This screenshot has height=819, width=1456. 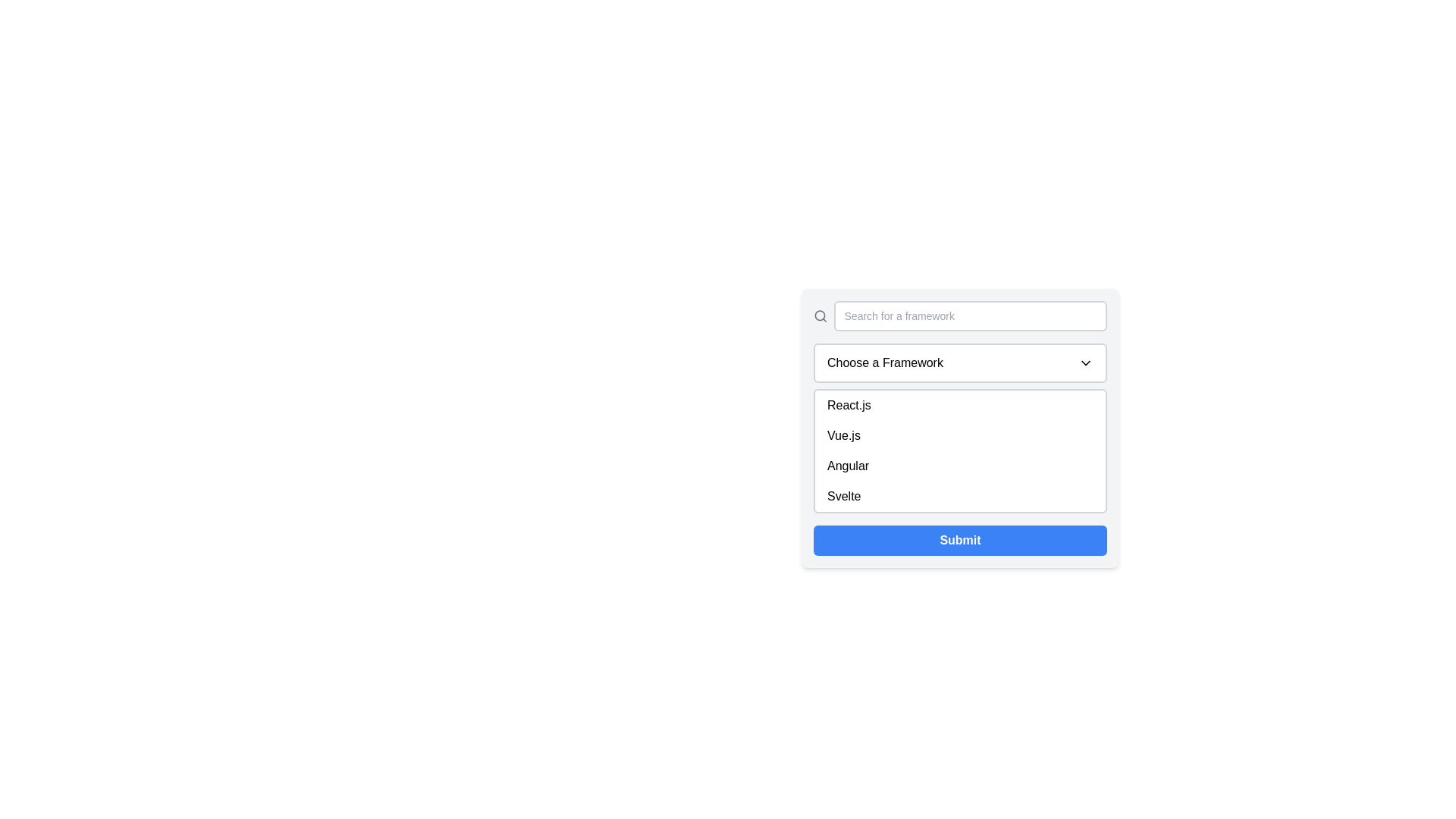 What do you see at coordinates (1084, 362) in the screenshot?
I see `the Dropdown arrow icon located at the far-right corner of the 'Choose a Framework' button` at bounding box center [1084, 362].